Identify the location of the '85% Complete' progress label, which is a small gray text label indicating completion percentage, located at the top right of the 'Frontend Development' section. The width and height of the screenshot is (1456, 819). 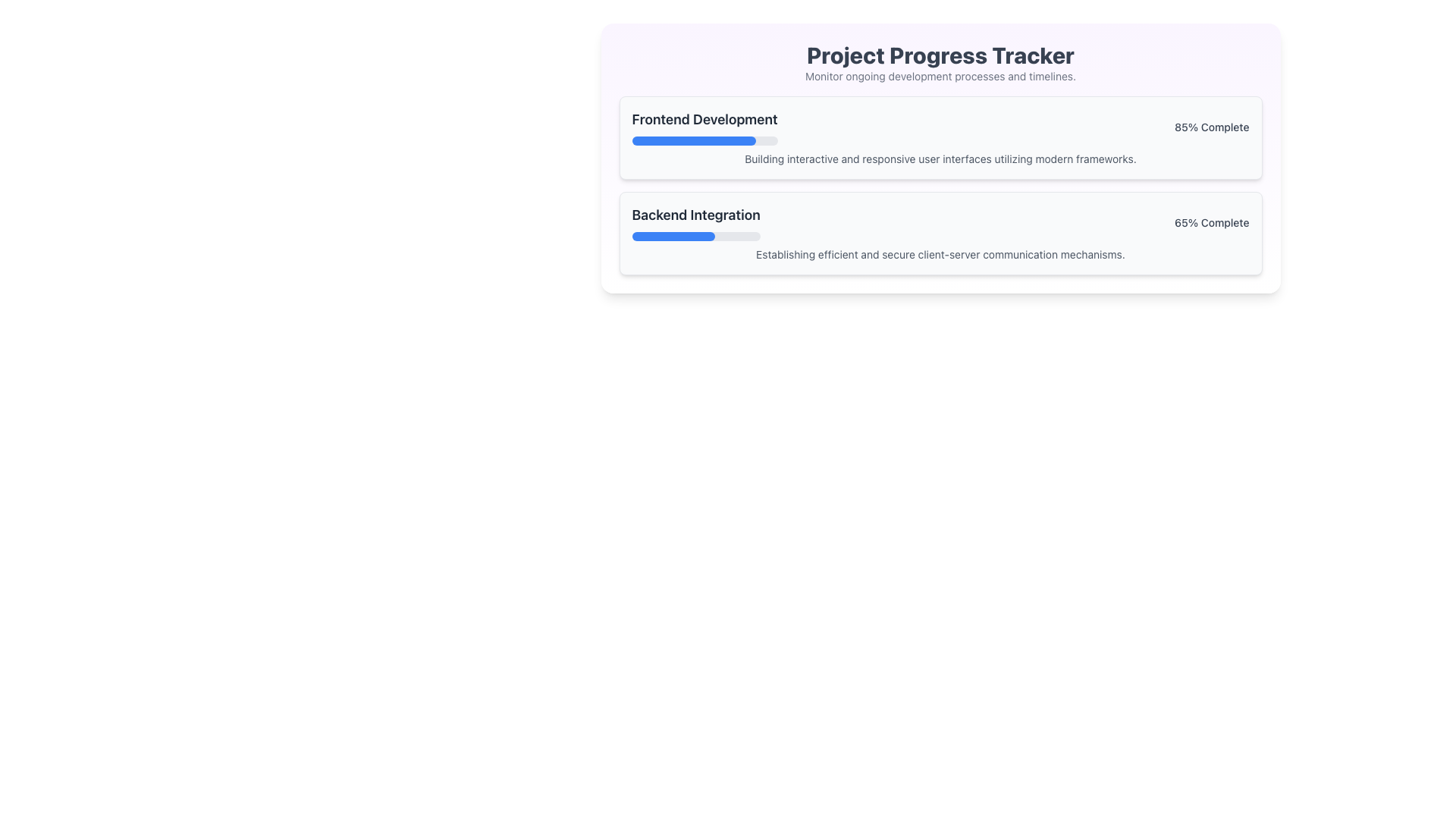
(1211, 127).